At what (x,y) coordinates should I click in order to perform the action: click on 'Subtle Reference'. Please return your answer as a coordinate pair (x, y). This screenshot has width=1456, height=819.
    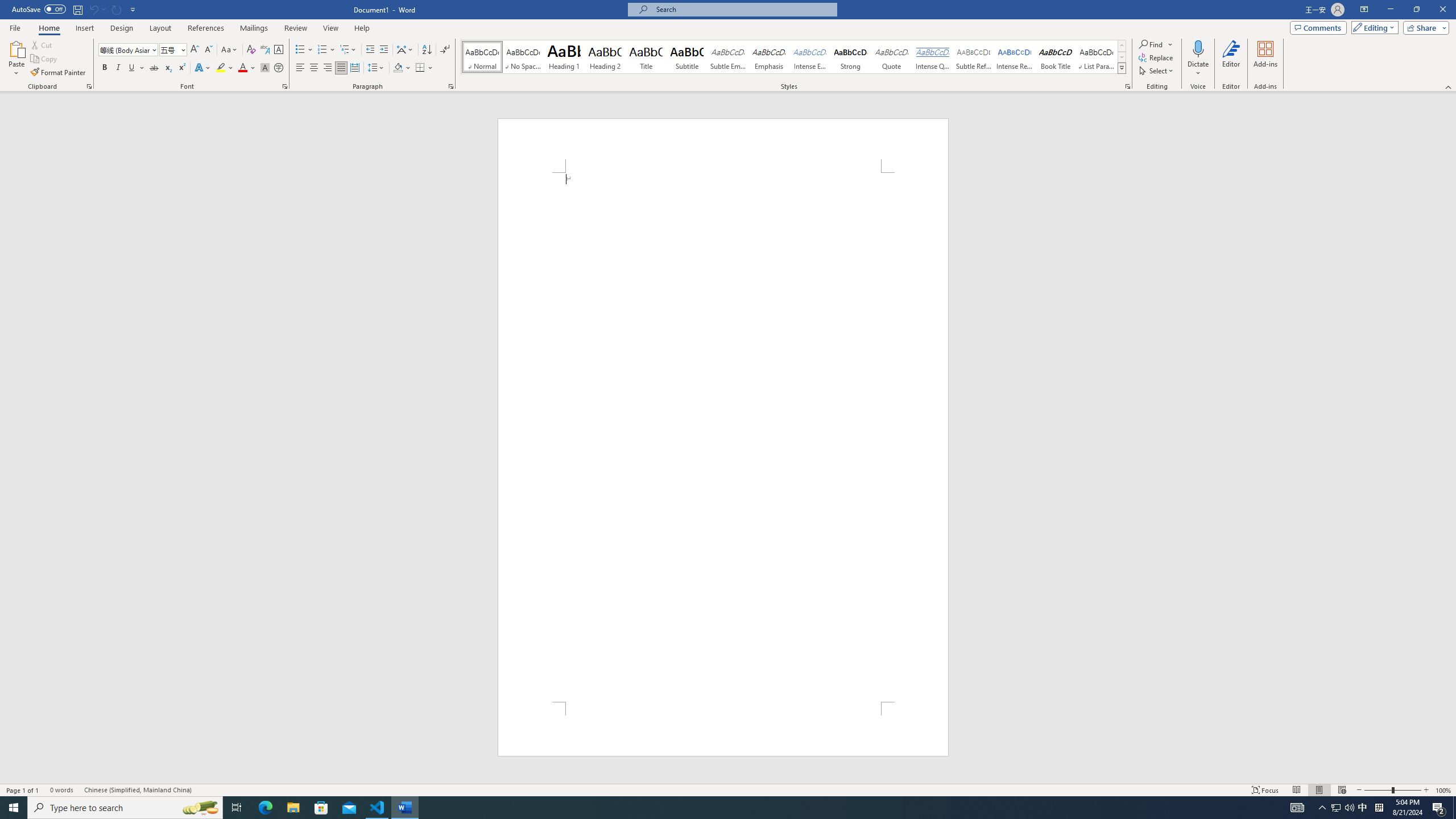
    Looking at the image, I should click on (974, 56).